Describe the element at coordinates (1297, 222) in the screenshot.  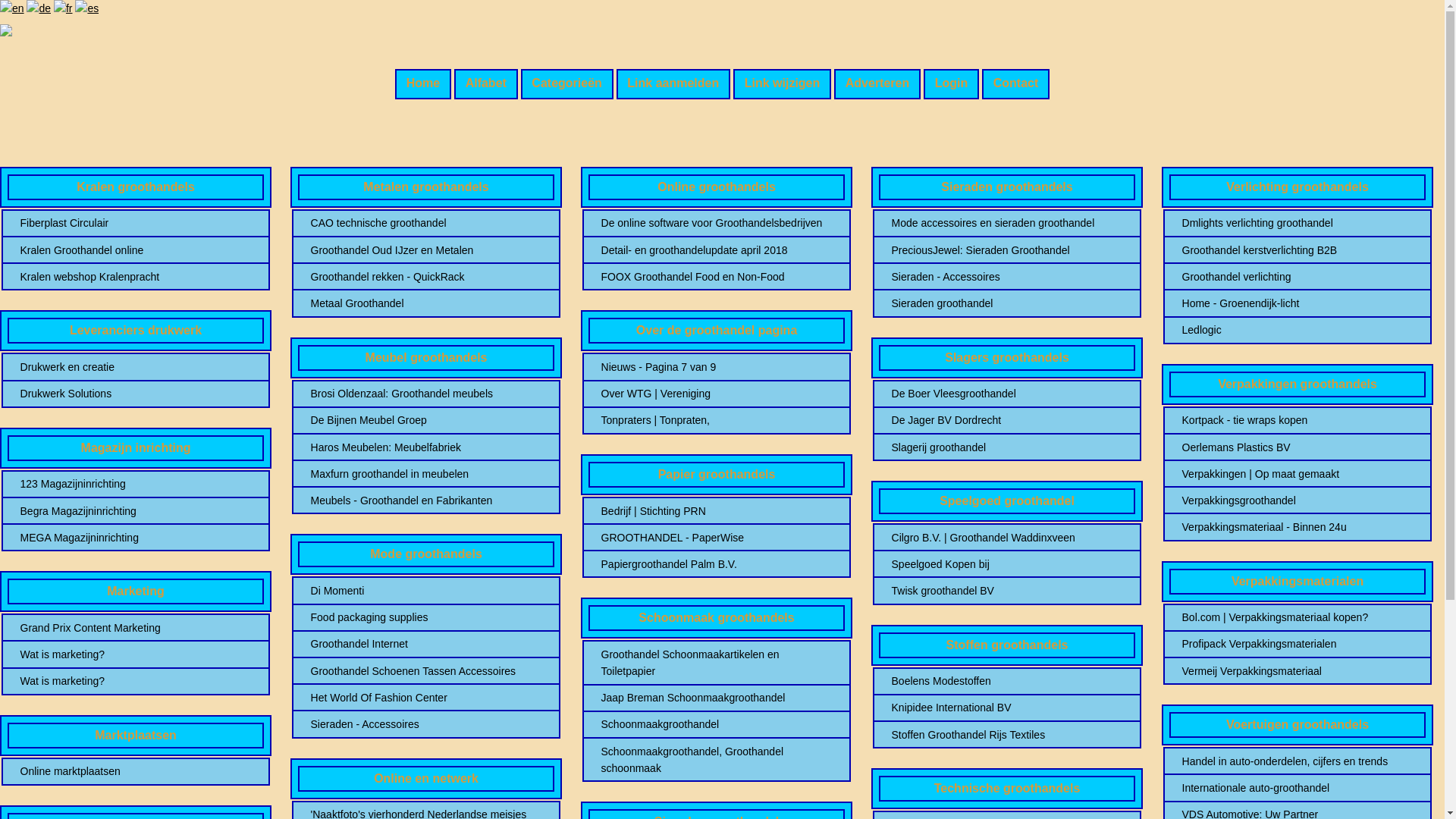
I see `'Dmlights verlichting groothandel'` at that location.